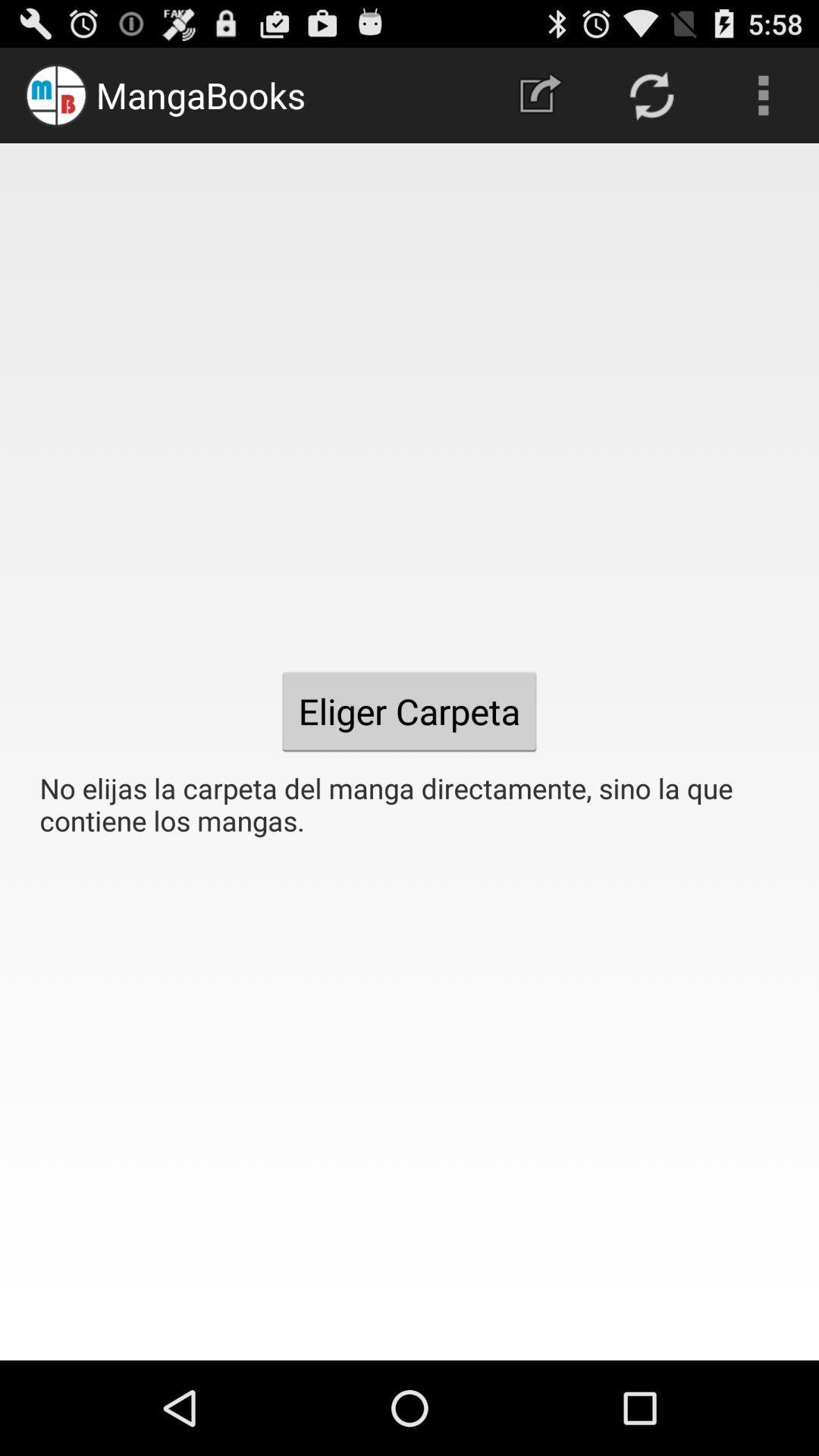  Describe the element at coordinates (651, 94) in the screenshot. I see `the item above the no elijas la icon` at that location.